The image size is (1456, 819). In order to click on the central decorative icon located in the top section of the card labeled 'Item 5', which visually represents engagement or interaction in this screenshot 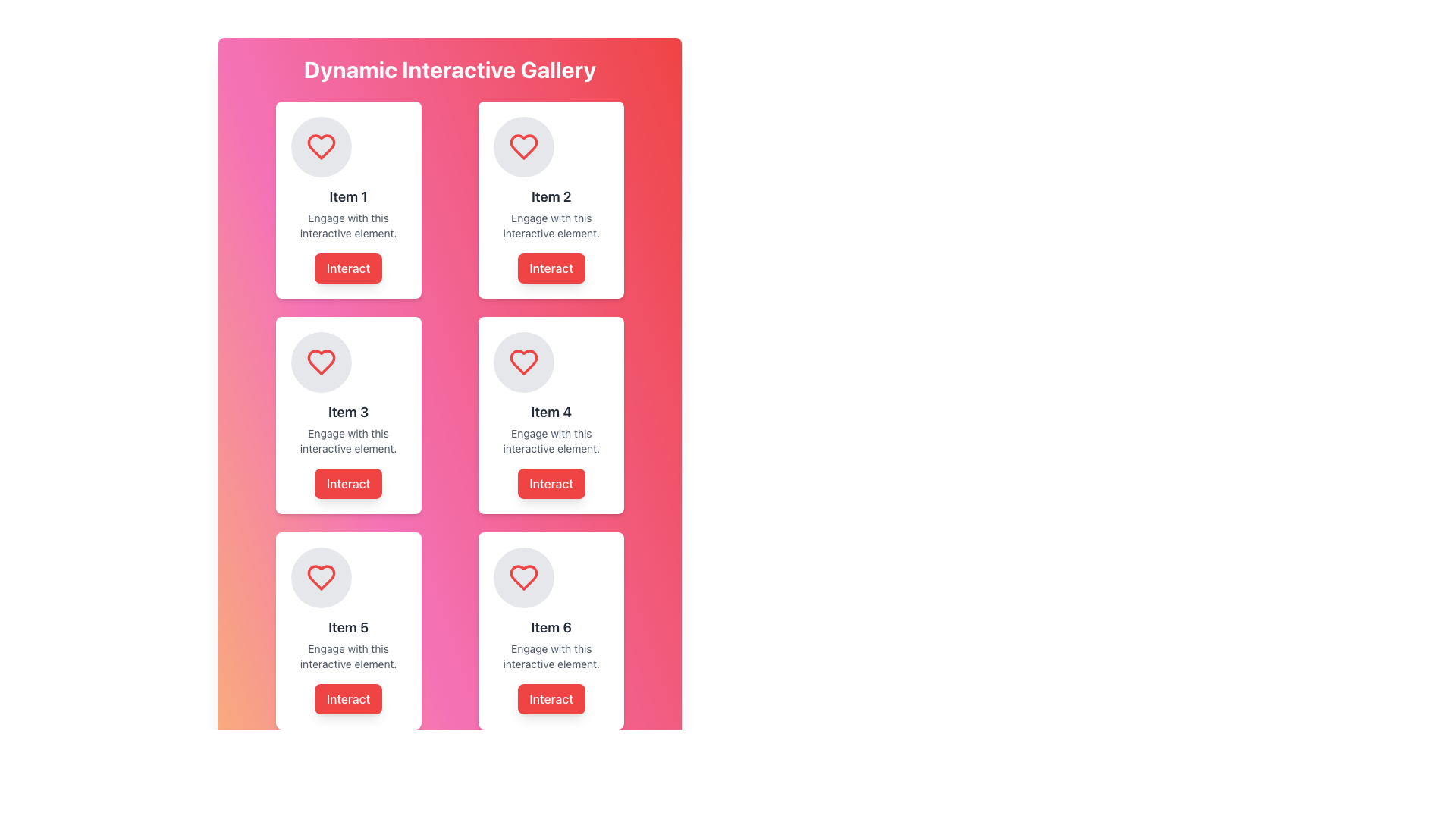, I will do `click(320, 578)`.